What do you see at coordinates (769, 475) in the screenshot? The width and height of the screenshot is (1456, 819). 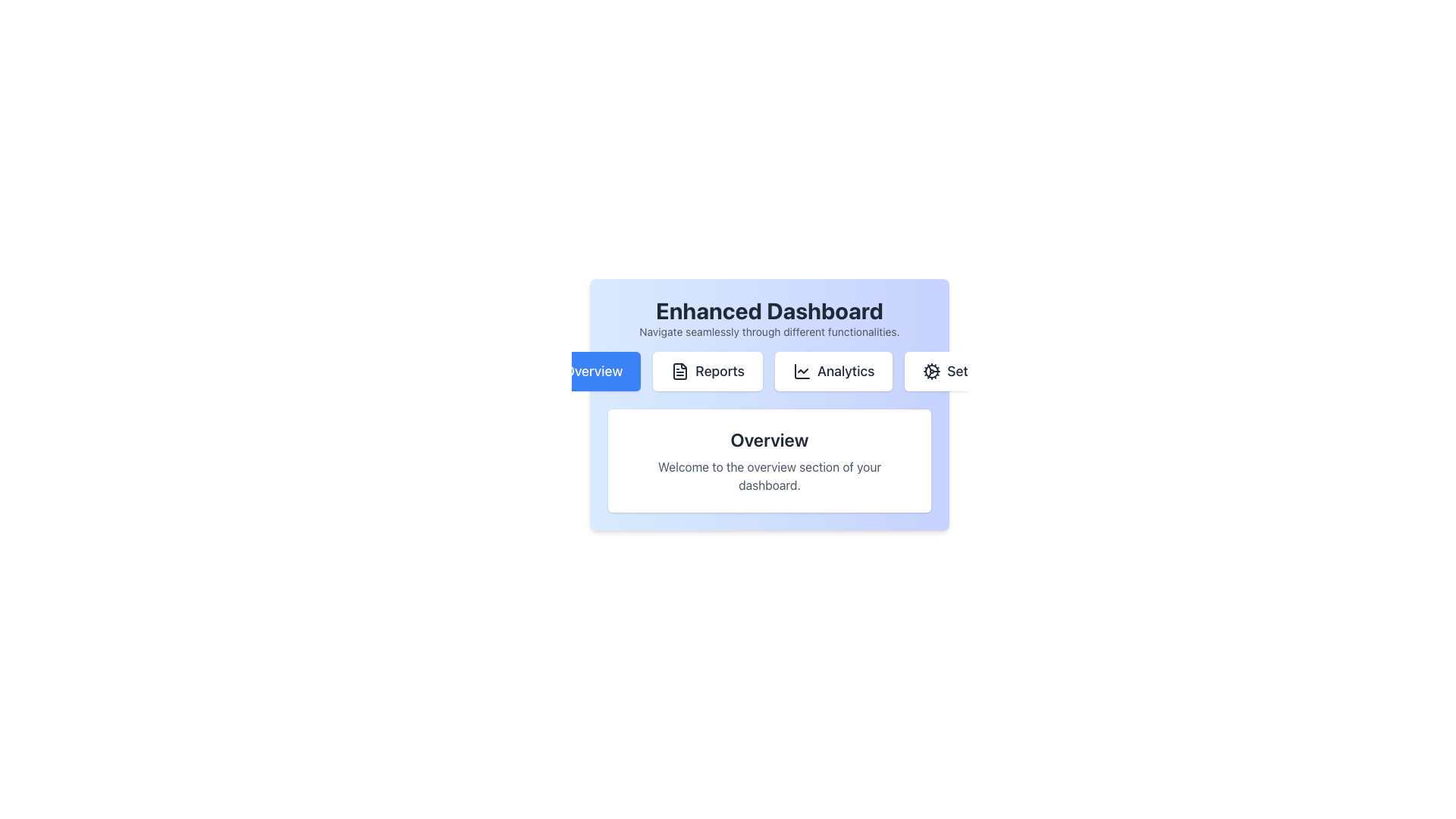 I see `the static text that reads 'Welcome to the overview section of your dashboard.' which is positioned below the title 'Overview'` at bounding box center [769, 475].